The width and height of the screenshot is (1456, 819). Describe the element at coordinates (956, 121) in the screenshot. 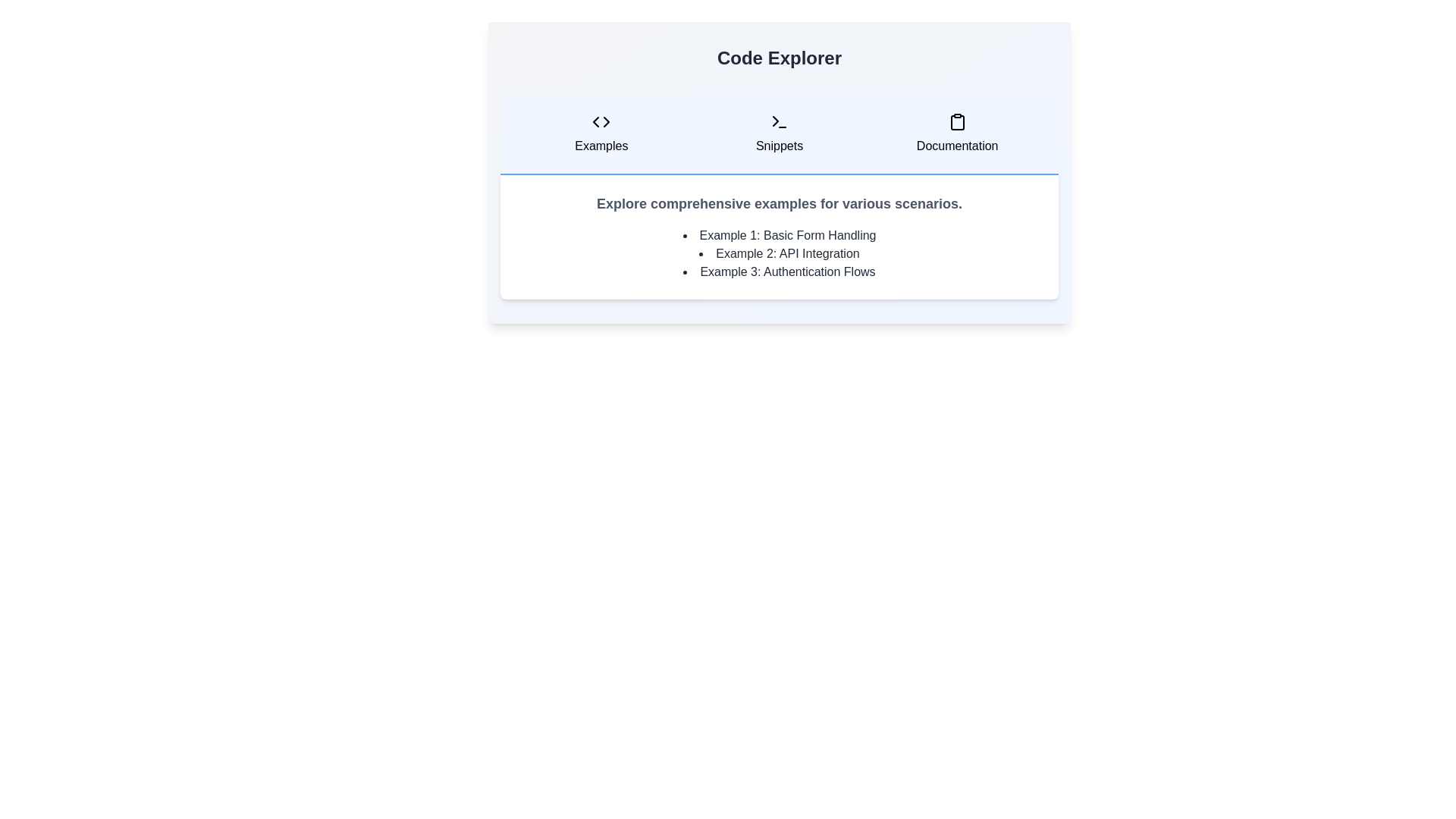

I see `the outlined clipboard icon located above the 'Documentation' label, which is centered horizontally within the 'Documentation' tab` at that location.